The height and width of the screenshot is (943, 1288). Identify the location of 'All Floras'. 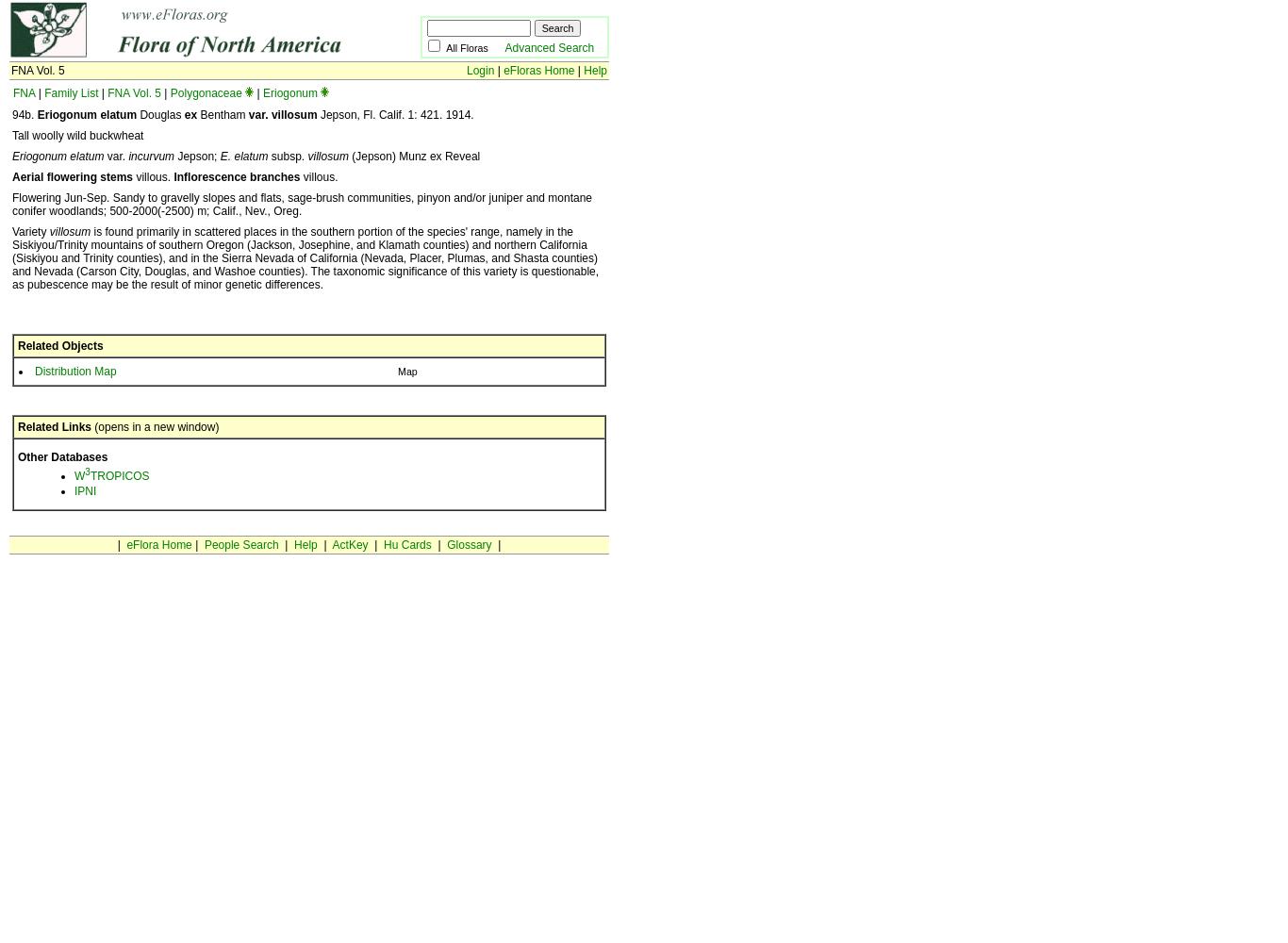
(475, 48).